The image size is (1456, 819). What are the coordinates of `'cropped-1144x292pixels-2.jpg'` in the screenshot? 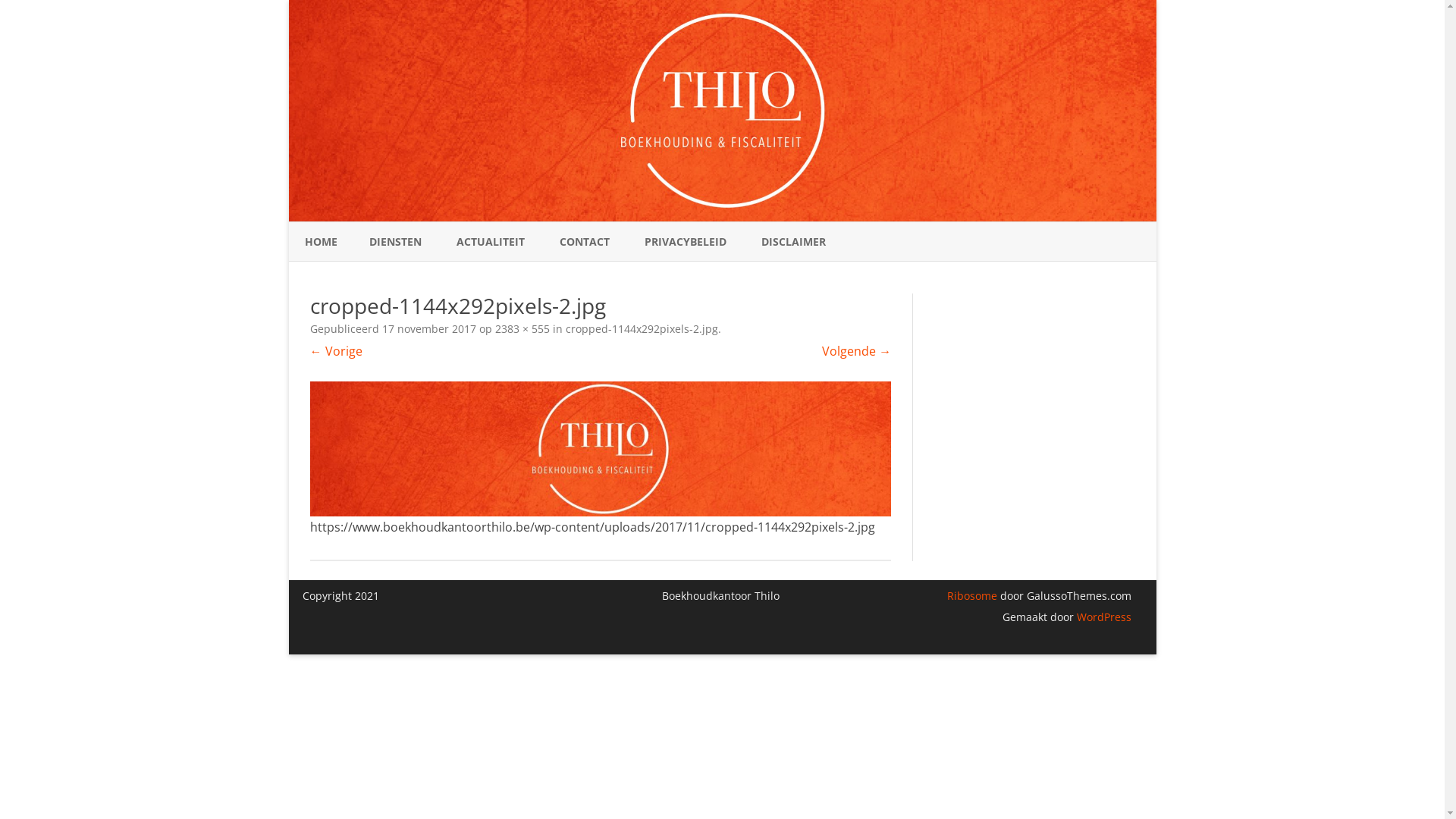 It's located at (642, 328).